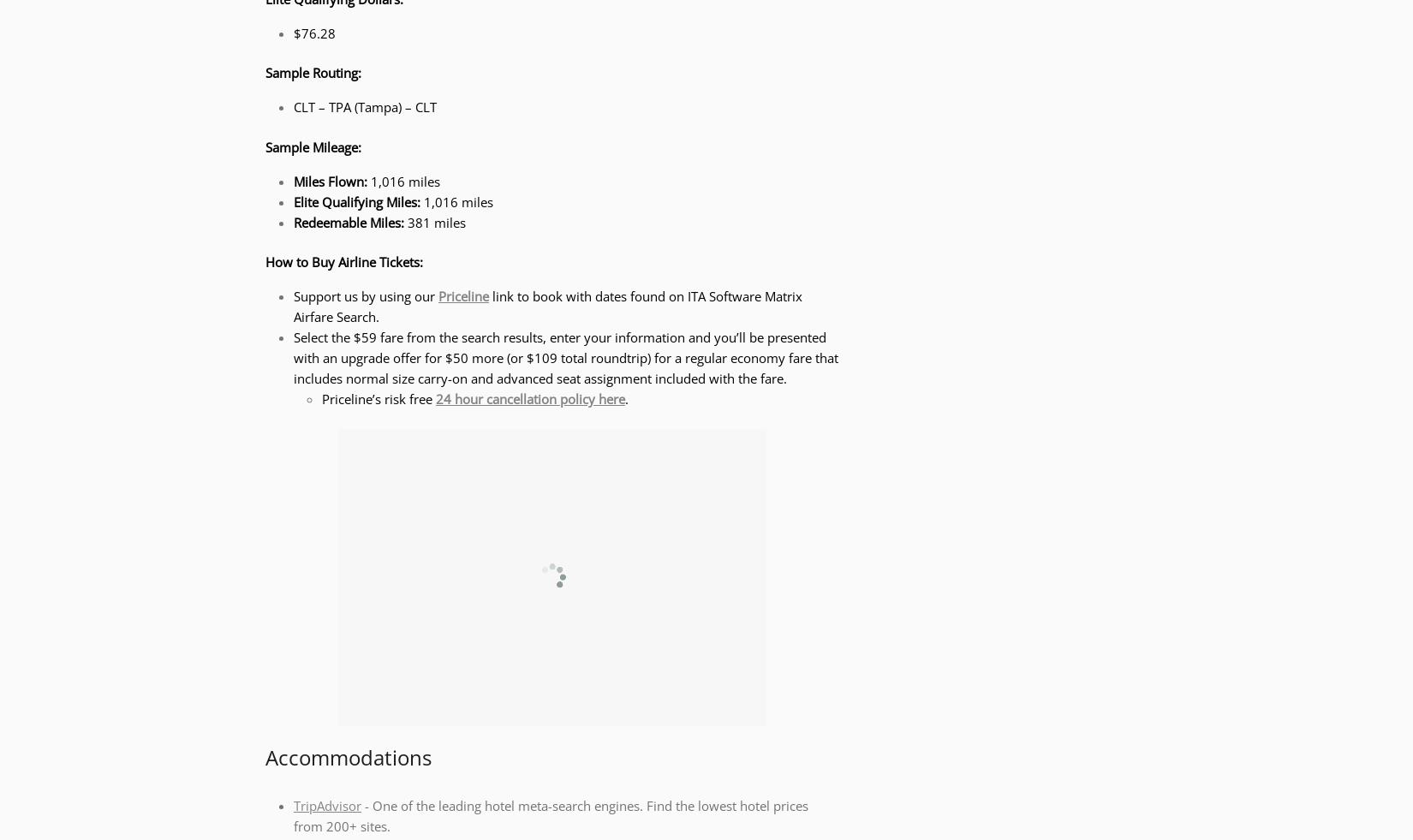 This screenshot has width=1413, height=840. What do you see at coordinates (343, 260) in the screenshot?
I see `'How to Buy Airline Tickets:'` at bounding box center [343, 260].